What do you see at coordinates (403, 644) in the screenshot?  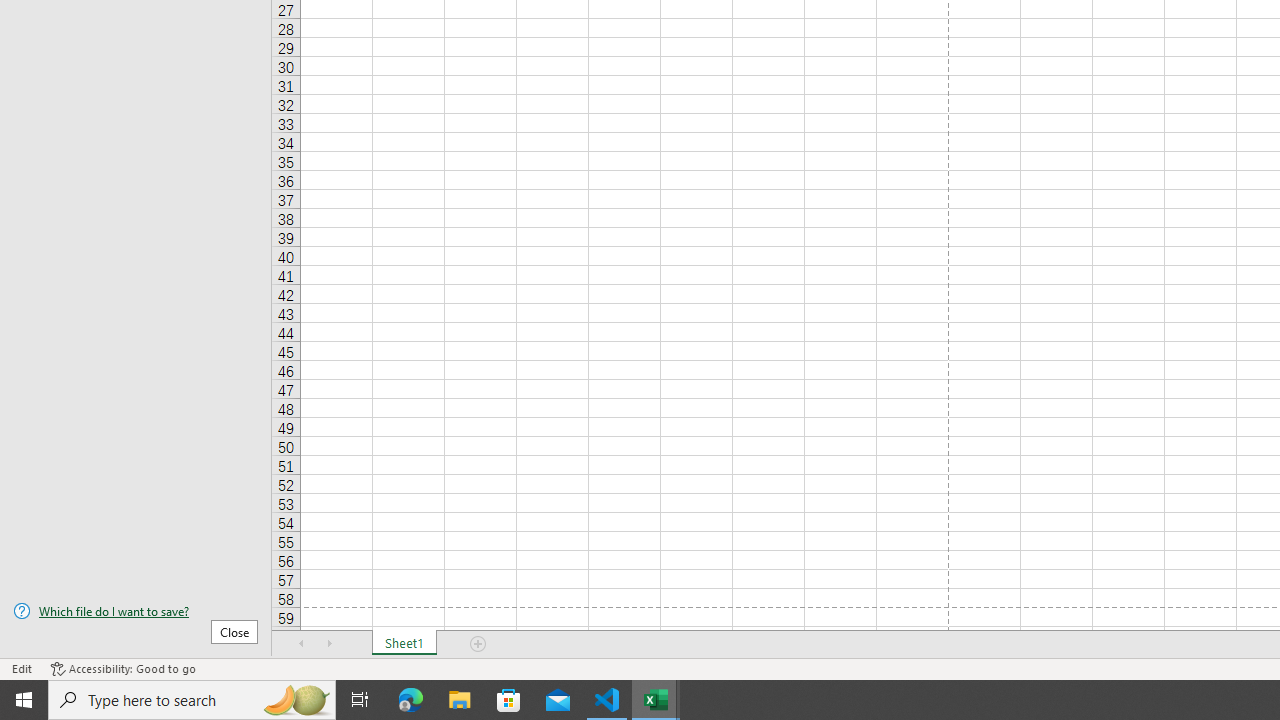 I see `'Sheet1'` at bounding box center [403, 644].